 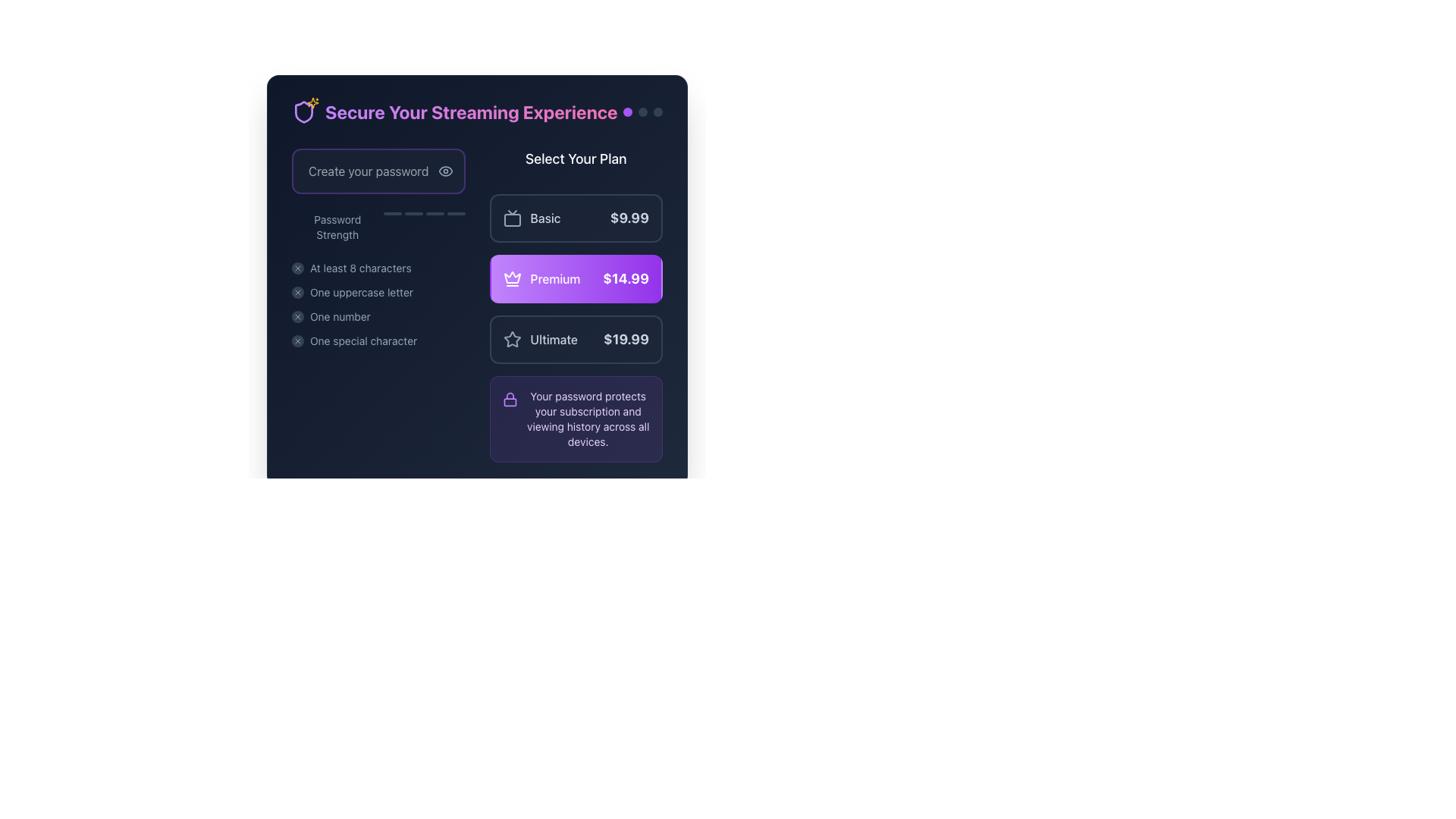 I want to click on feedback text indicating unmet password requirements, which is the first item in the vertical list below the 'Create your password' input field, so click(x=378, y=268).